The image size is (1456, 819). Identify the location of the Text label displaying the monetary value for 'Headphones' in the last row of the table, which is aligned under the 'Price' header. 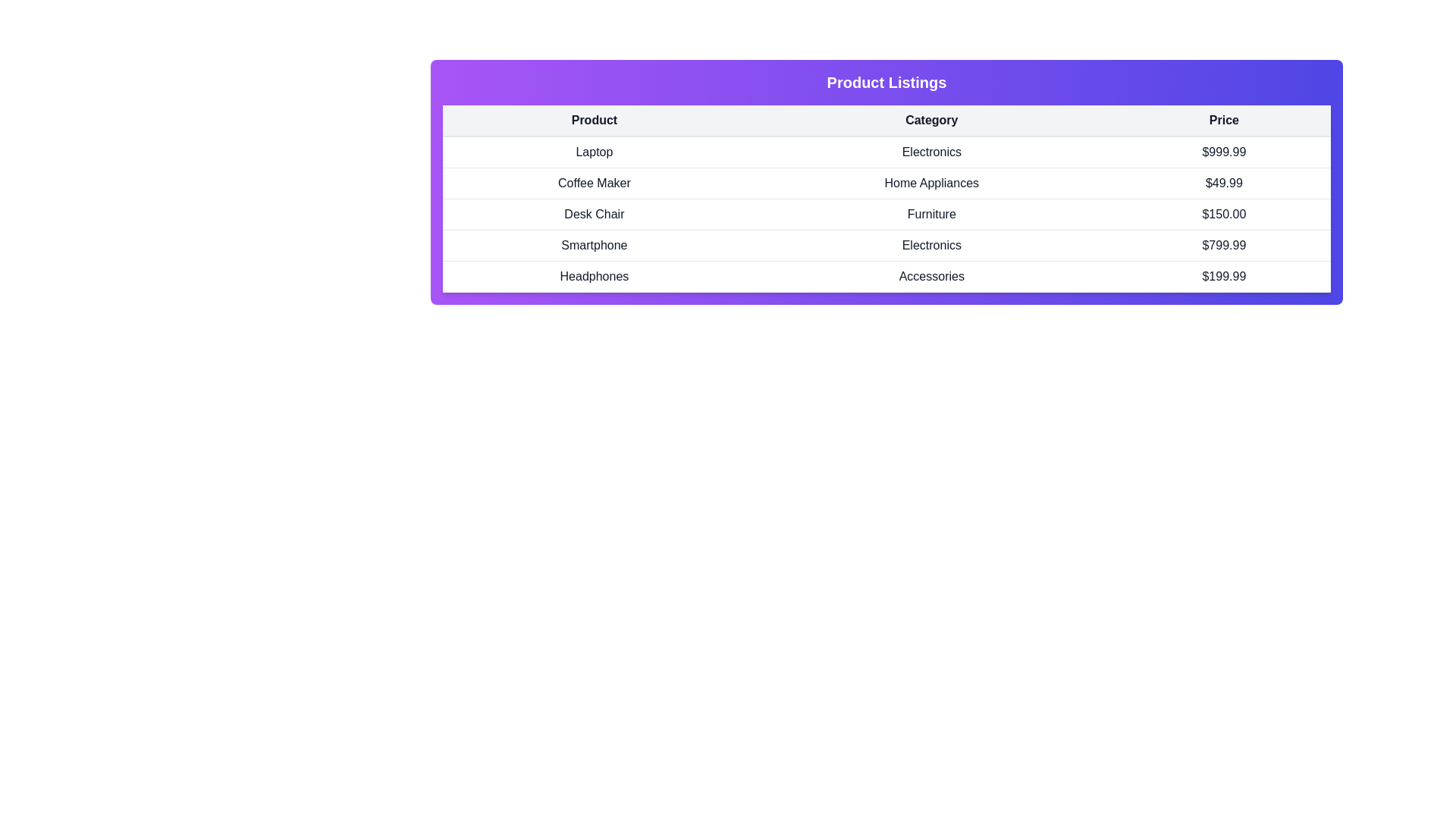
(1224, 277).